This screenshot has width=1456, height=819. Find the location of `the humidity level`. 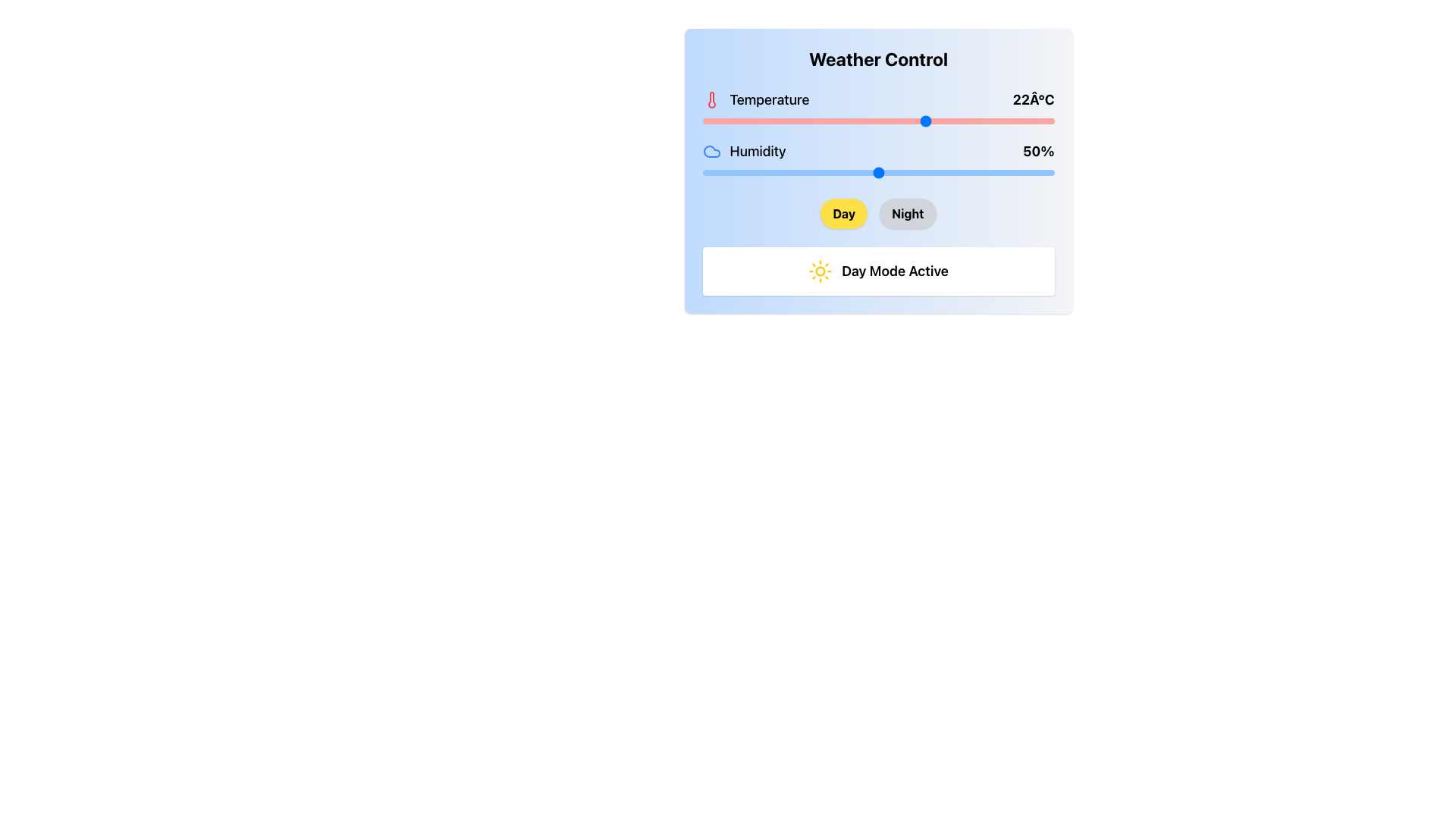

the humidity level is located at coordinates (726, 171).